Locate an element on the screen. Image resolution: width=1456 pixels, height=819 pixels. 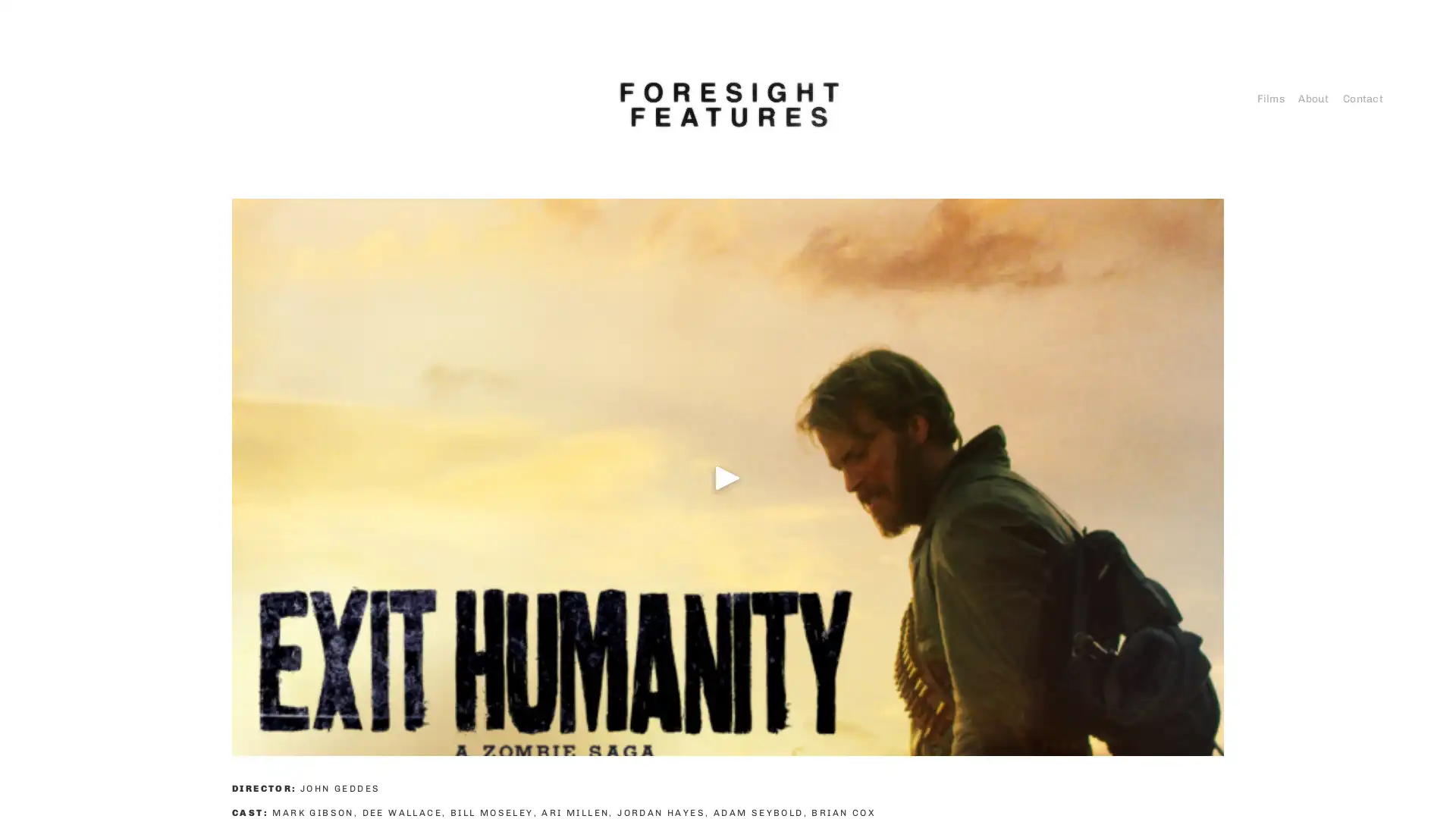
Play is located at coordinates (728, 475).